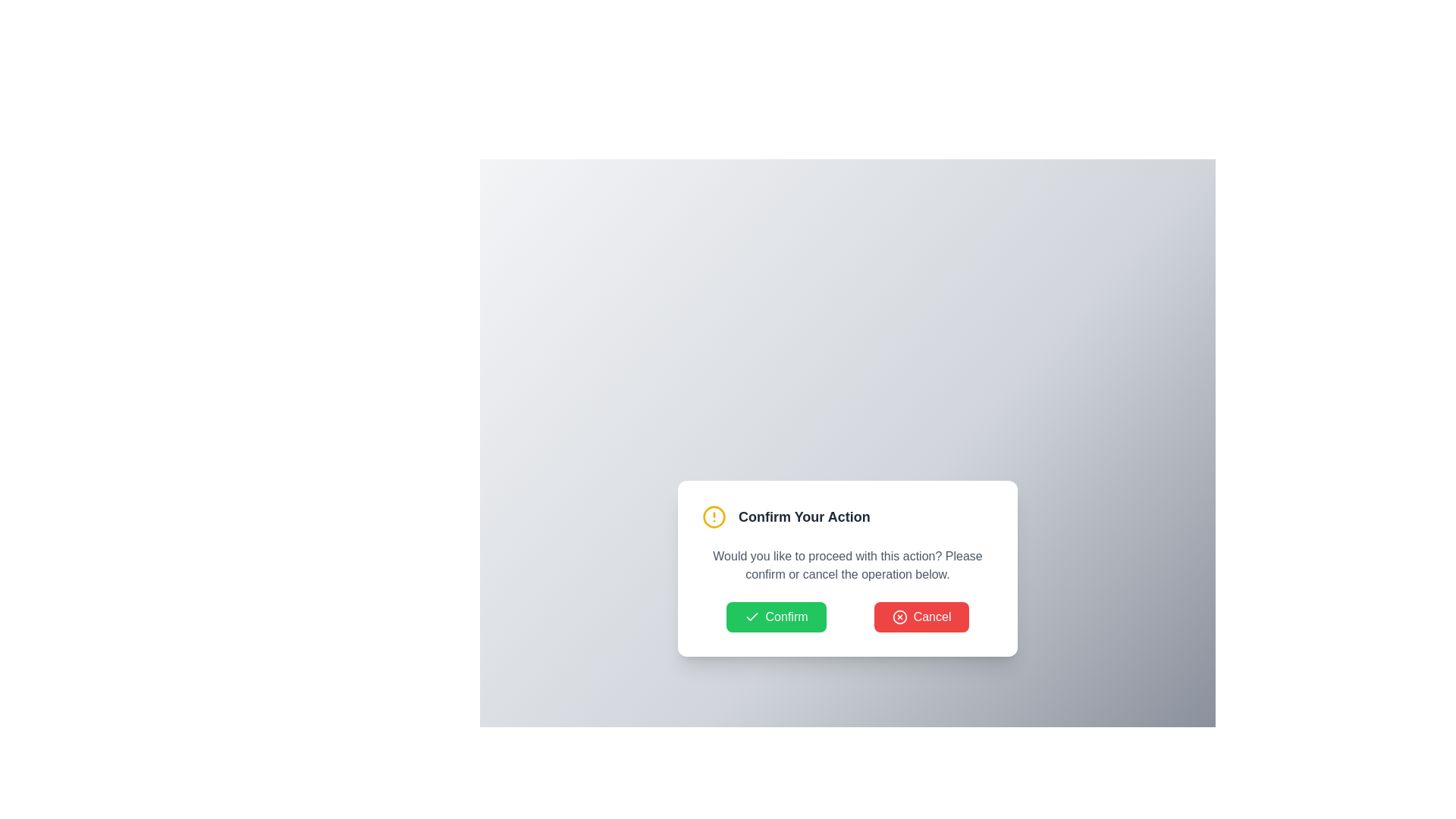  I want to click on the text label 'Confirm Your Action' which is prominently displayed in a modal dialog, styled in bold dark gray on a white background, so click(803, 516).